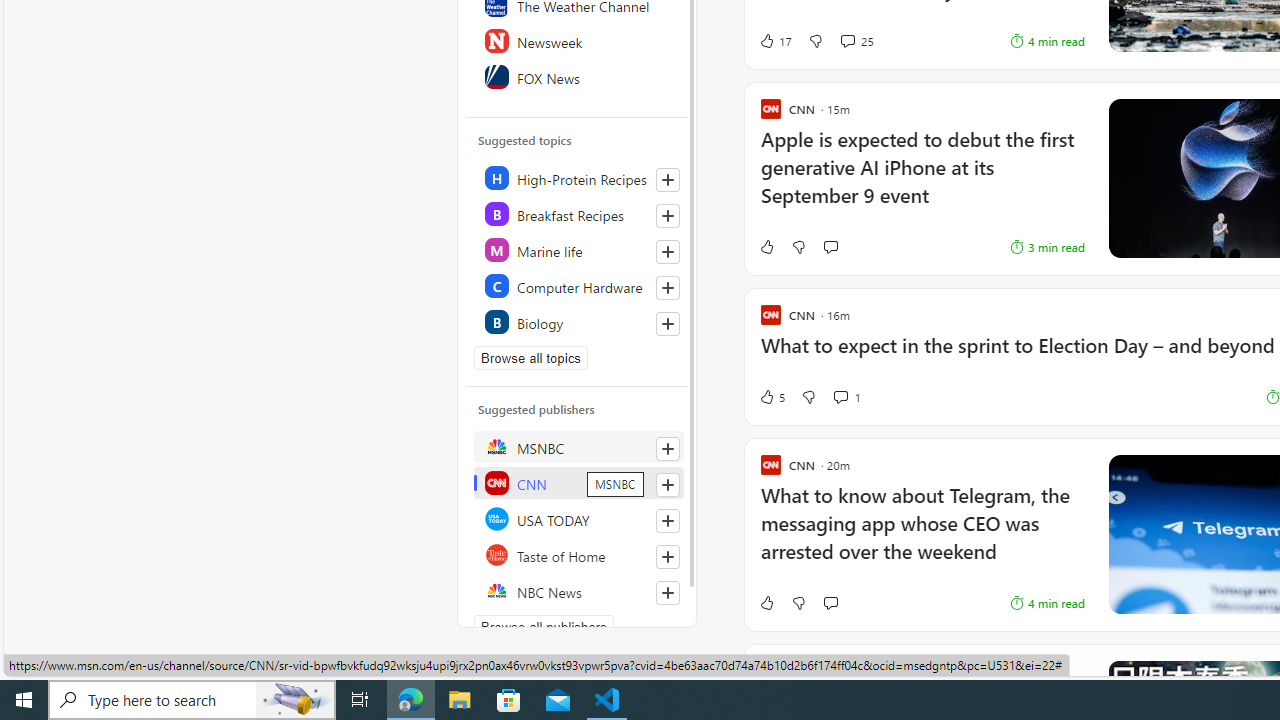 This screenshot has height=720, width=1280. I want to click on 'NBC News', so click(577, 590).